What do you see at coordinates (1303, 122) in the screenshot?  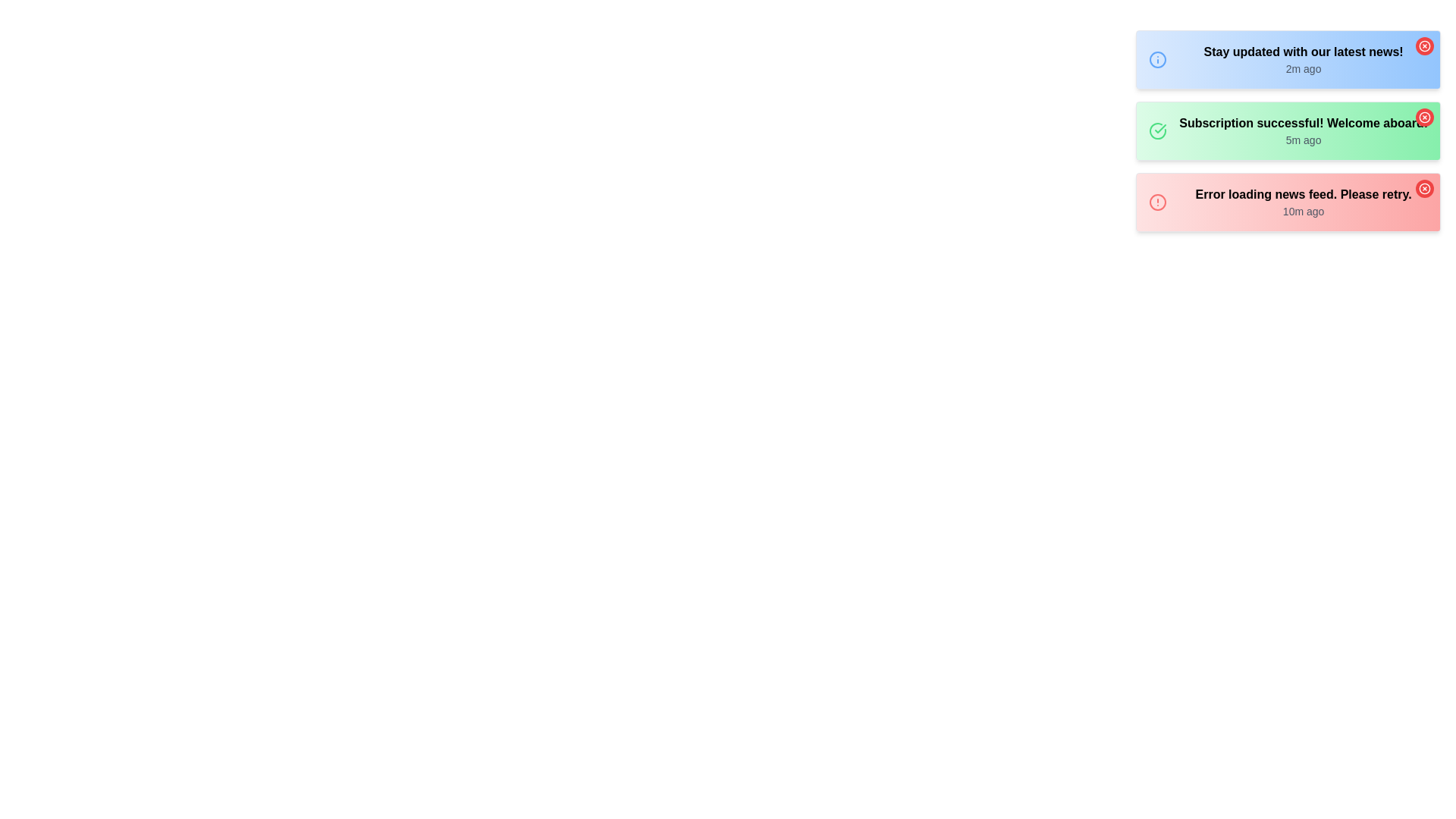 I see `the bold text label indicating a successful subscription within the second notification card, which is bordered by a green background and located above the '5m ago' text` at bounding box center [1303, 122].